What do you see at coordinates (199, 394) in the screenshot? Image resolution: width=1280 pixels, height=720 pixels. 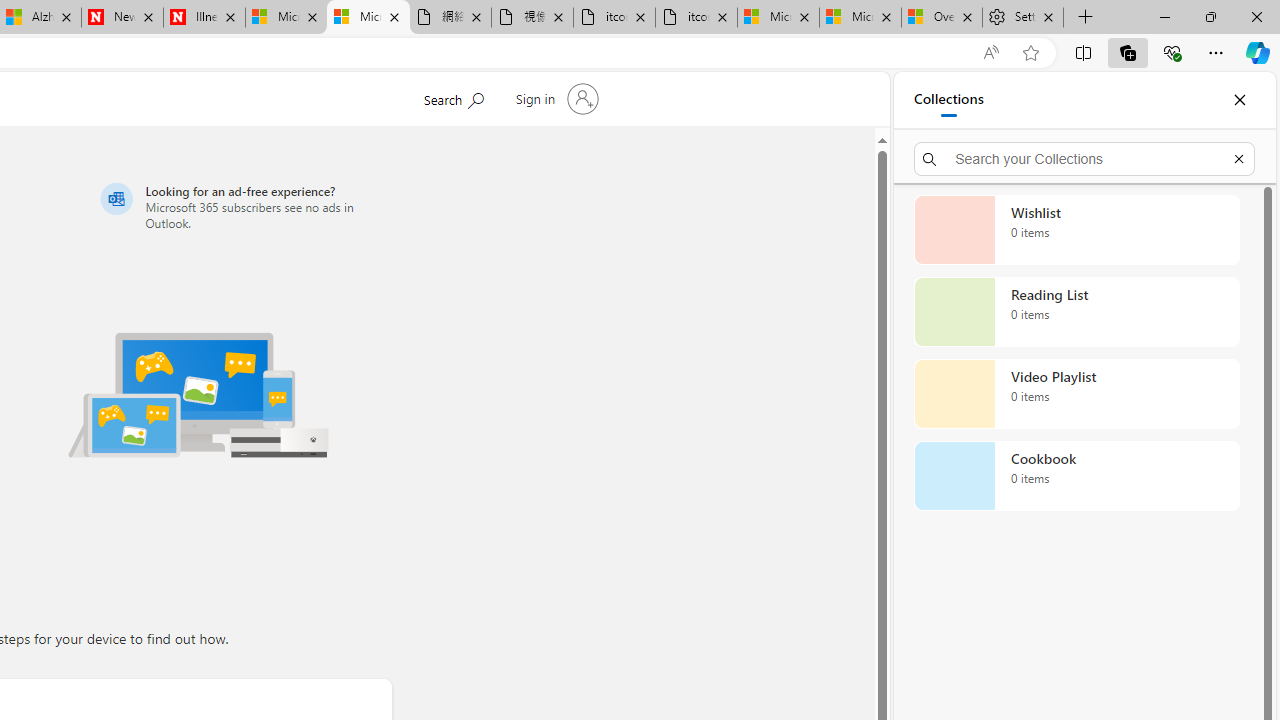 I see `'Illustration of multiple devices'` at bounding box center [199, 394].